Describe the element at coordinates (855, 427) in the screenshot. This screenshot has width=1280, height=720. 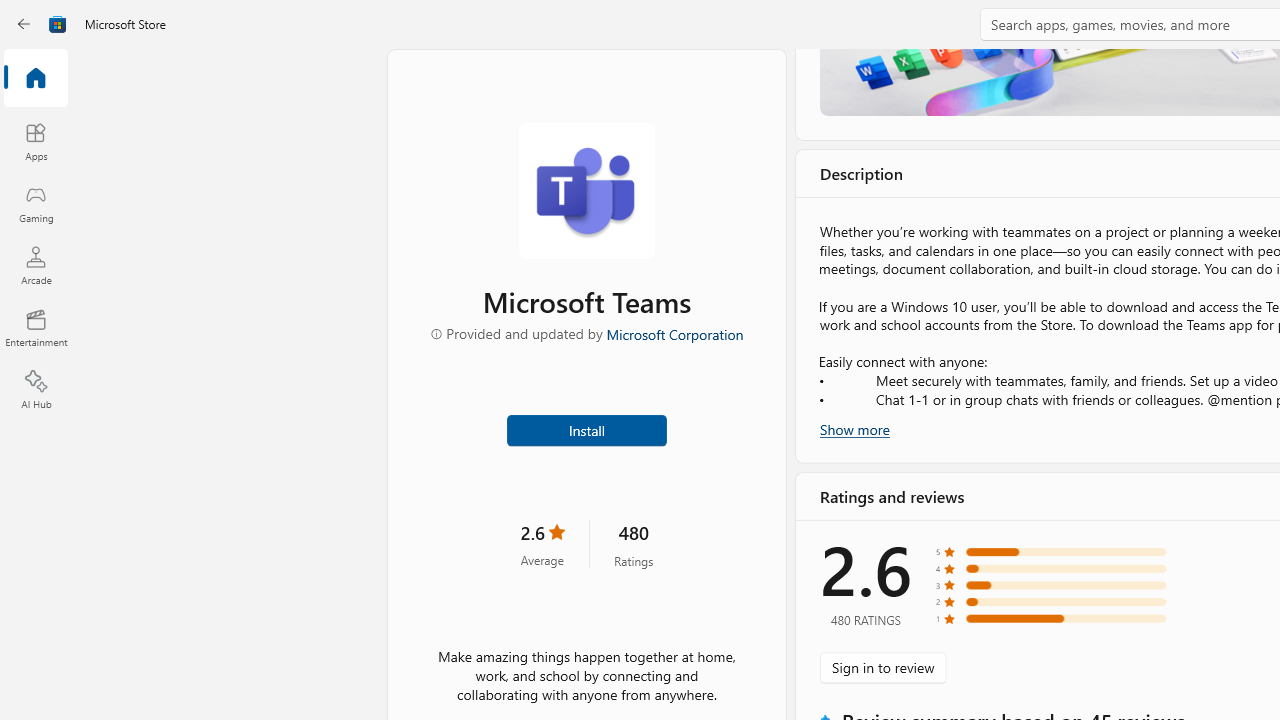
I see `'Show more'` at that location.